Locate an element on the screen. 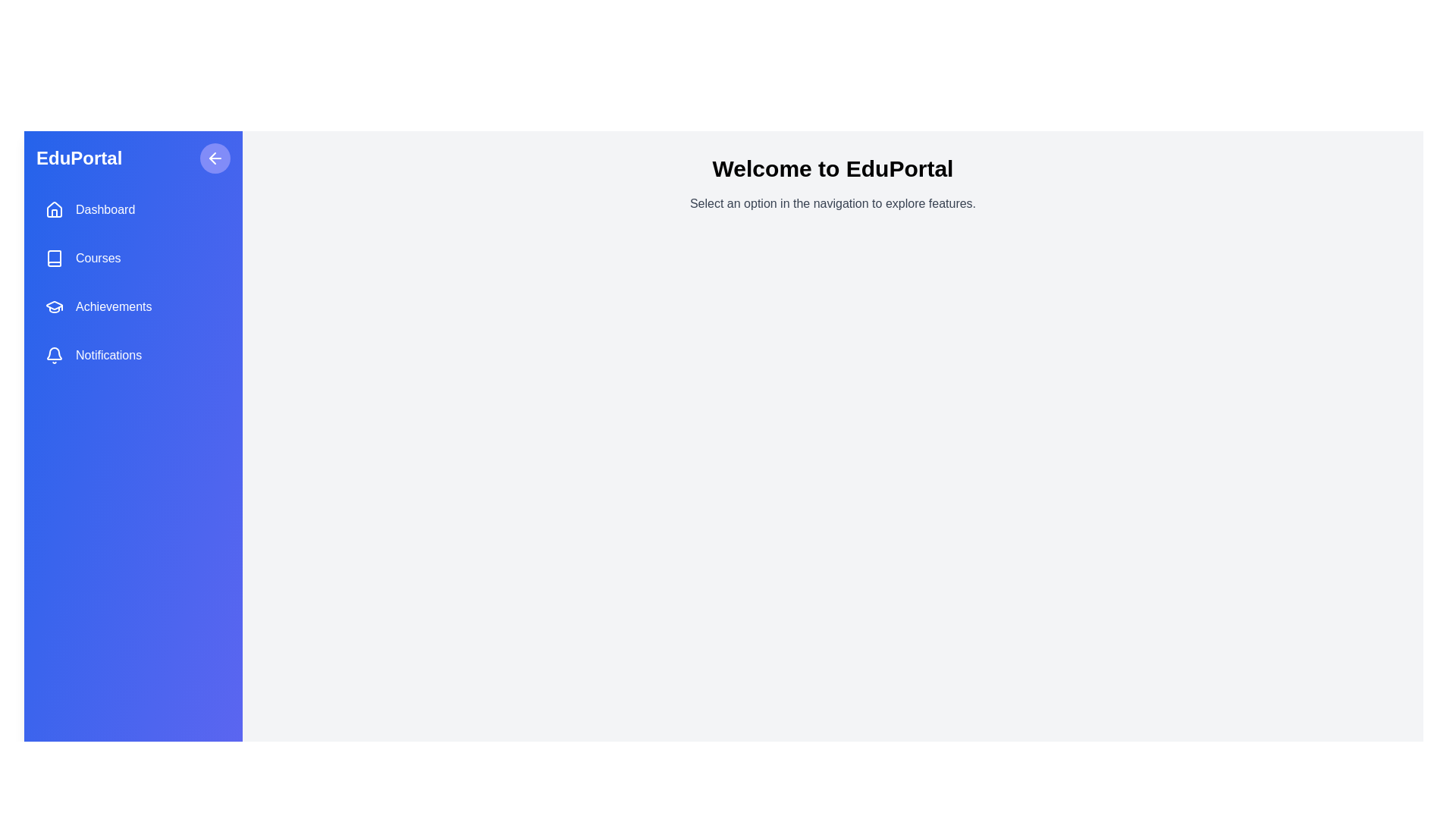 This screenshot has height=819, width=1456. the menu item Notifications to select it is located at coordinates (133, 356).